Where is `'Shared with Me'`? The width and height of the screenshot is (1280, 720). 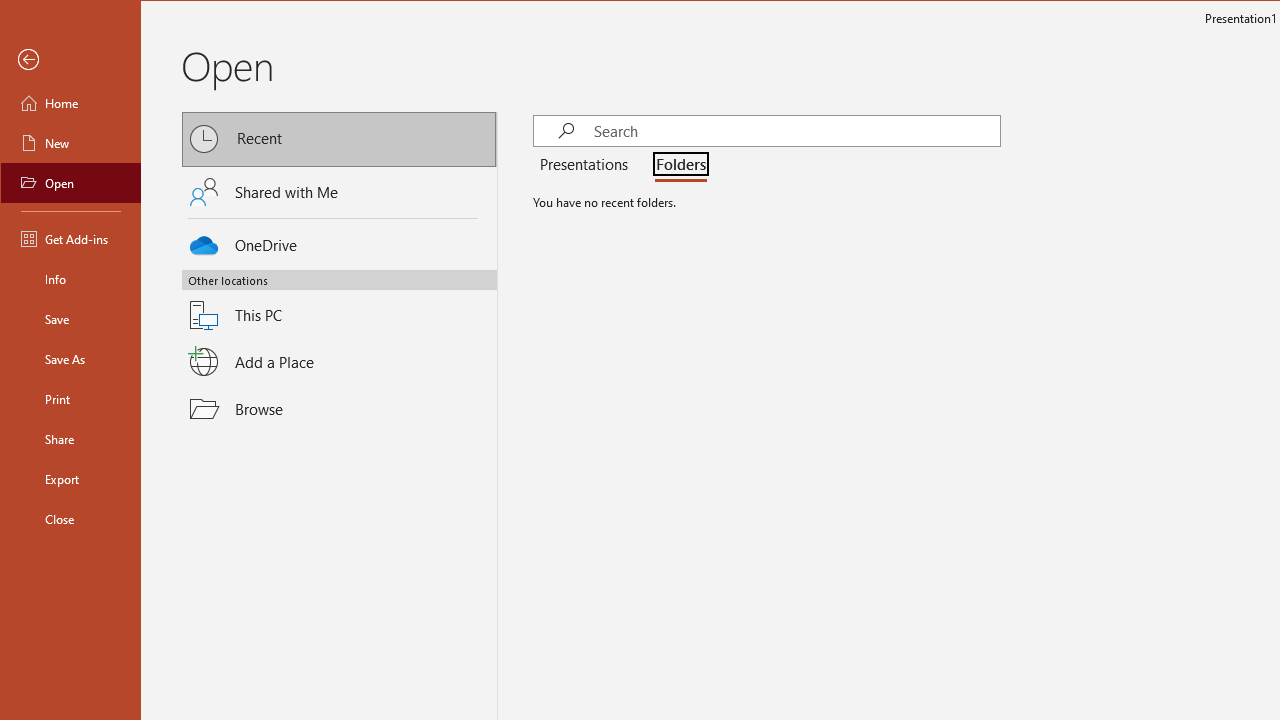 'Shared with Me' is located at coordinates (339, 191).